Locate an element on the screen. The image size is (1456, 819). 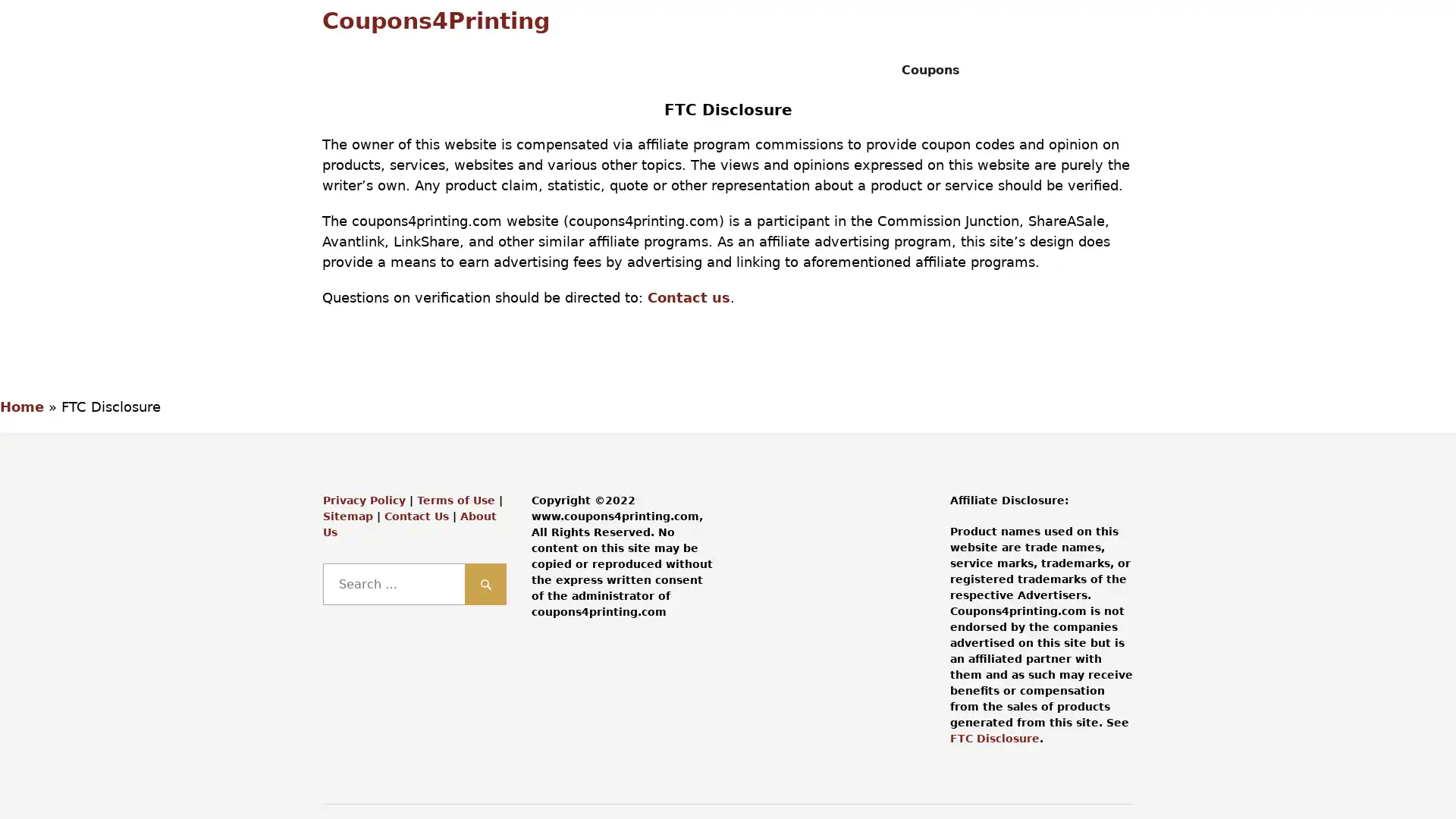
Search is located at coordinates (485, 583).